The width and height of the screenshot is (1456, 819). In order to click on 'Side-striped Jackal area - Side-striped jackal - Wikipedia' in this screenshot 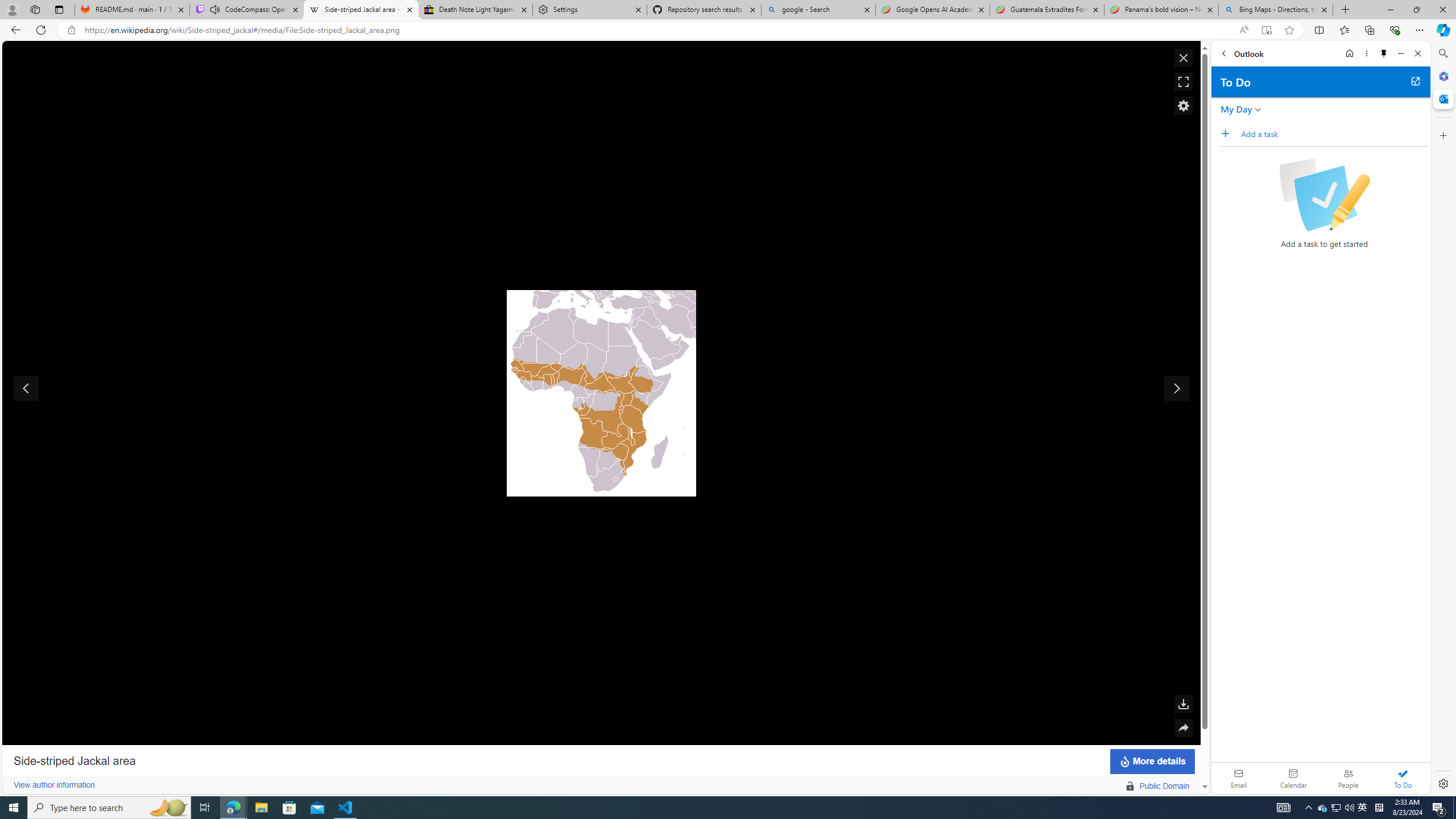, I will do `click(360, 9)`.